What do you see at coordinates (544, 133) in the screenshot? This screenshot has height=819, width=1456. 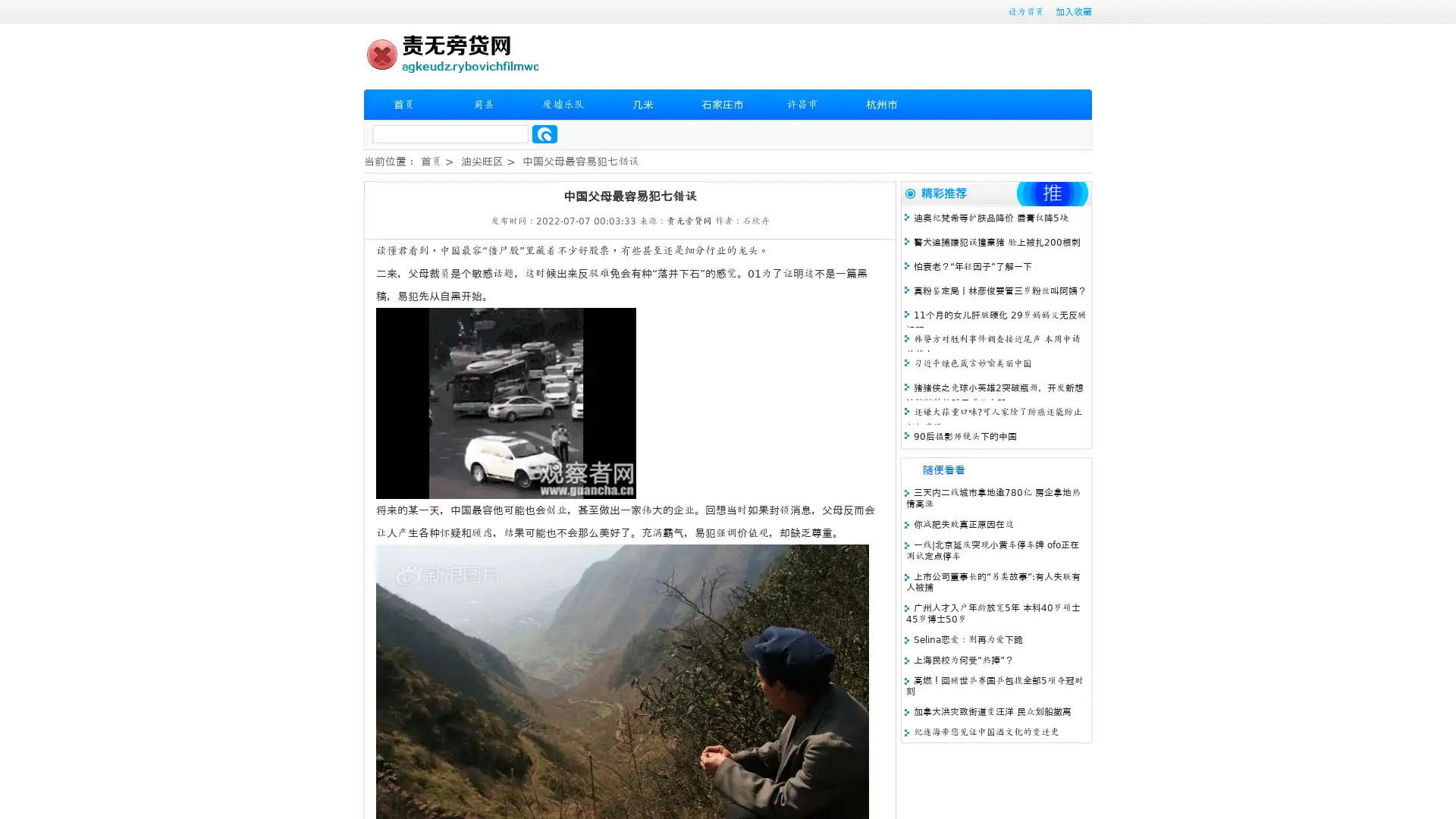 I see `Search` at bounding box center [544, 133].